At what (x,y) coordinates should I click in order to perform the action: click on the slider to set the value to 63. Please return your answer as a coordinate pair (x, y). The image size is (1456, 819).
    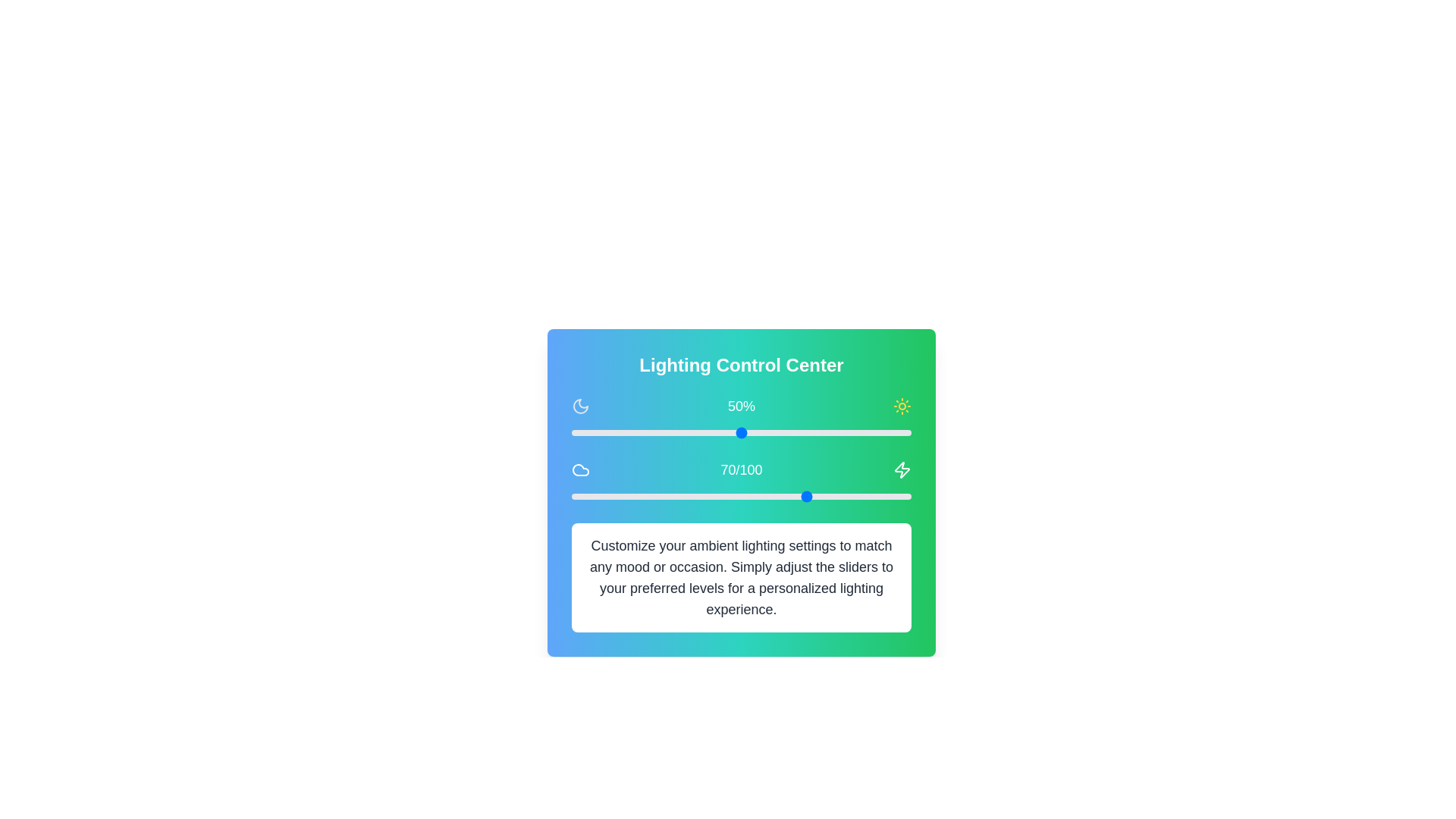
    Looking at the image, I should click on (786, 432).